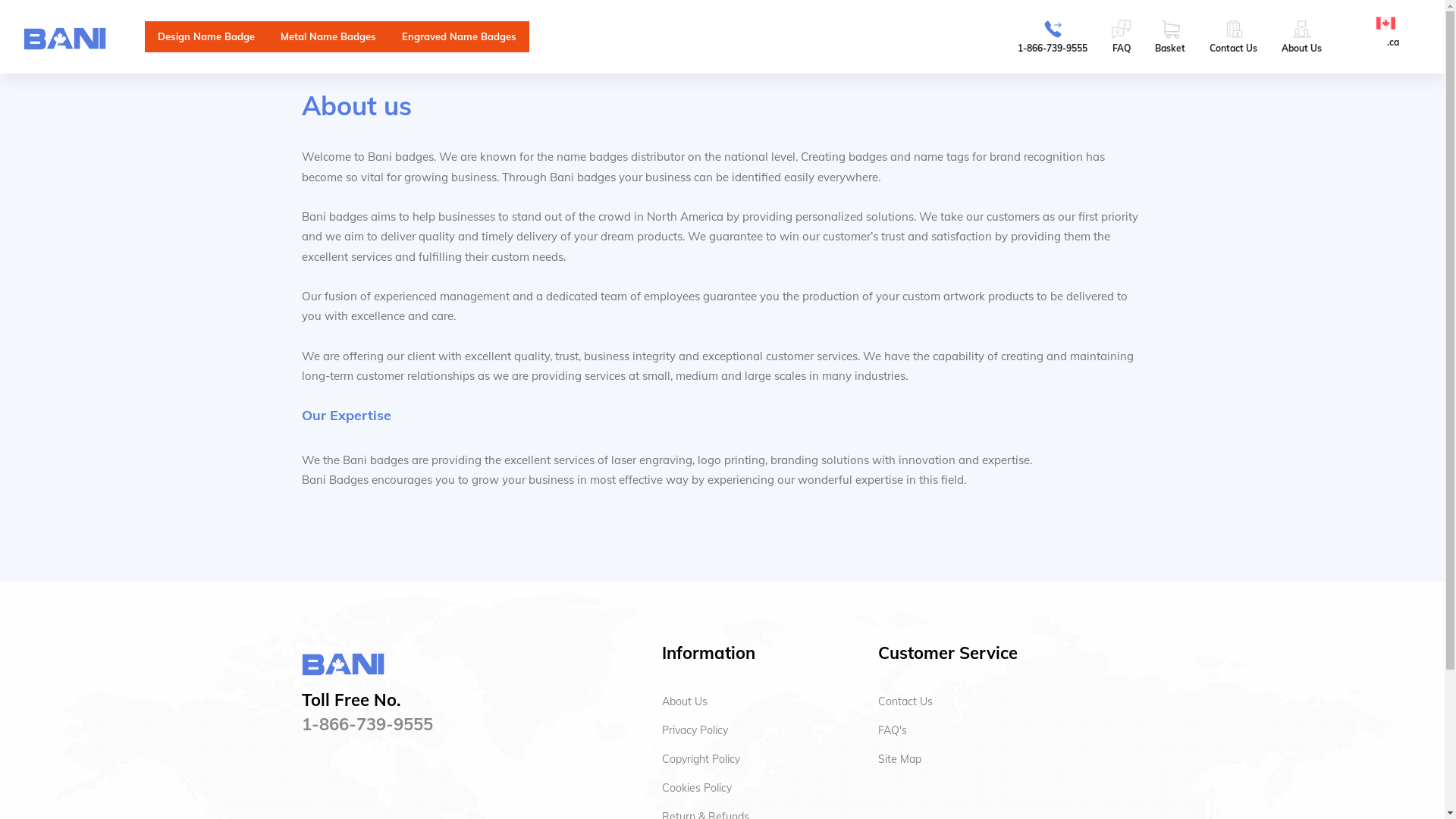  I want to click on 'Metal Name Badges', so click(327, 36).